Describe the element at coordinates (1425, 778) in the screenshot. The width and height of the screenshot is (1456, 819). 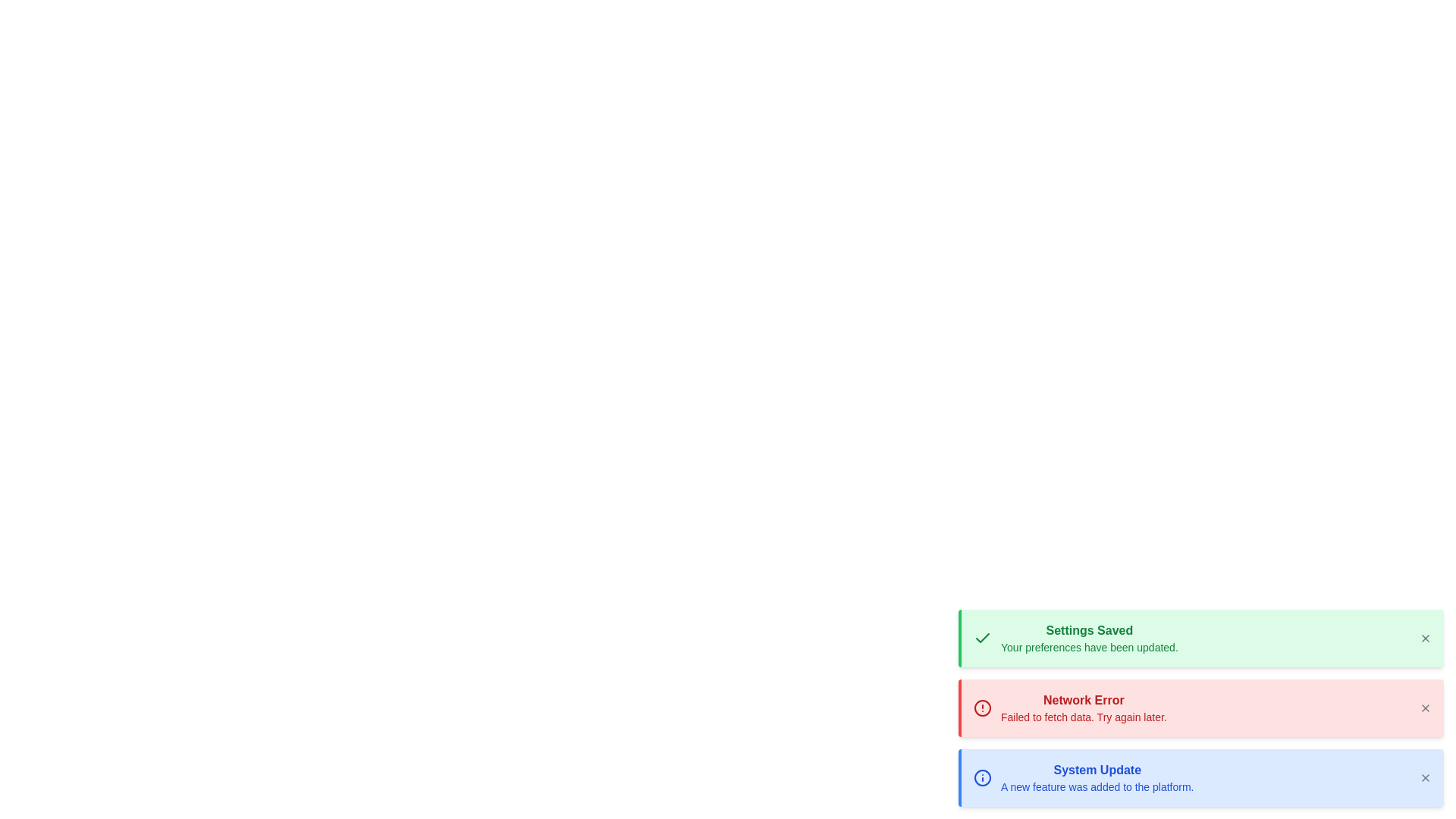
I see `the close button at the top-right corner of the blue notification box labeled 'System Update'` at that location.